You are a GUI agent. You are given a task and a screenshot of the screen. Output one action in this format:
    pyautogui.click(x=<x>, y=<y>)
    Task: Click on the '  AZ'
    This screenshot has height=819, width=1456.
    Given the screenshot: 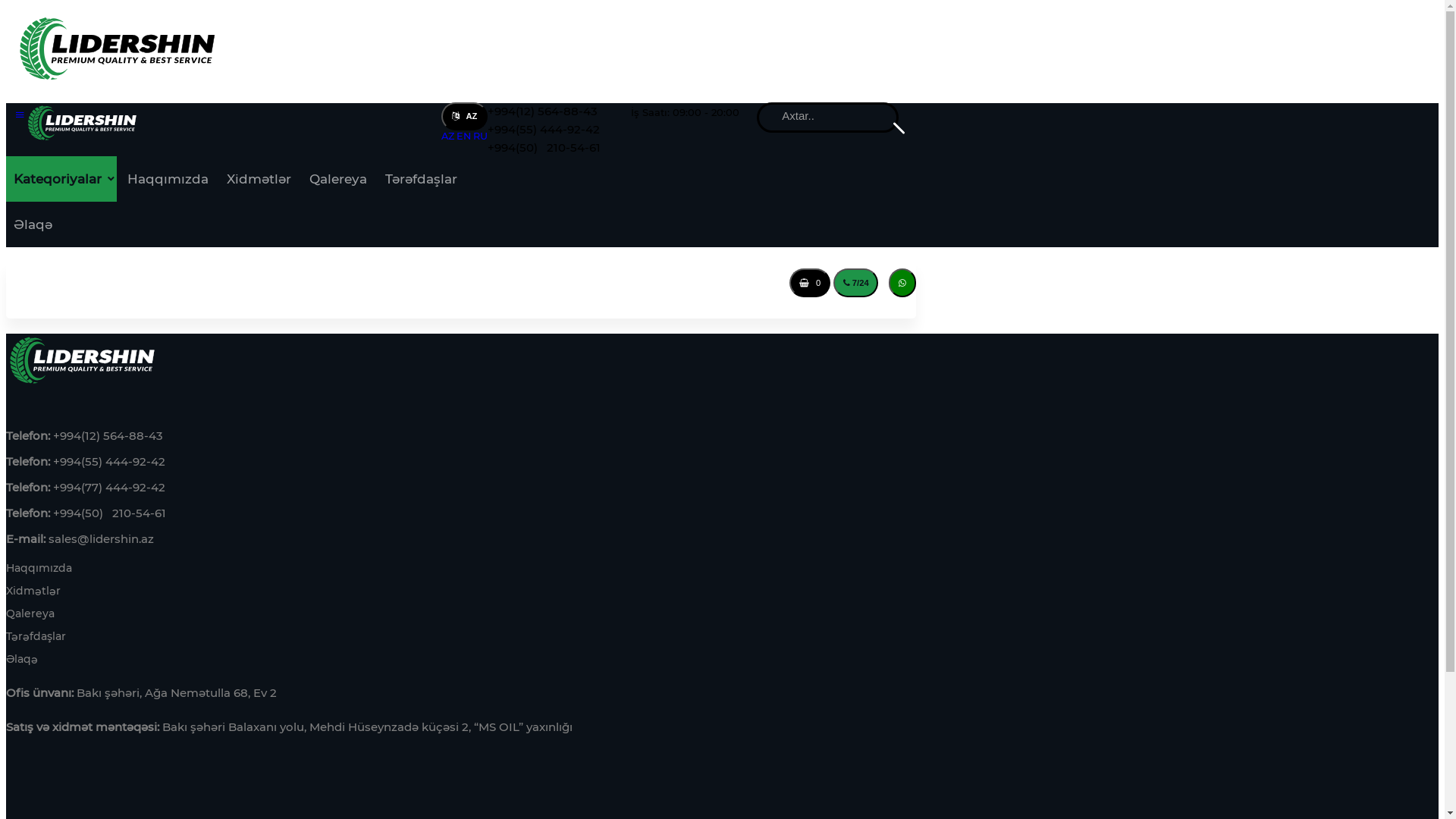 What is the action you would take?
    pyautogui.click(x=463, y=116)
    